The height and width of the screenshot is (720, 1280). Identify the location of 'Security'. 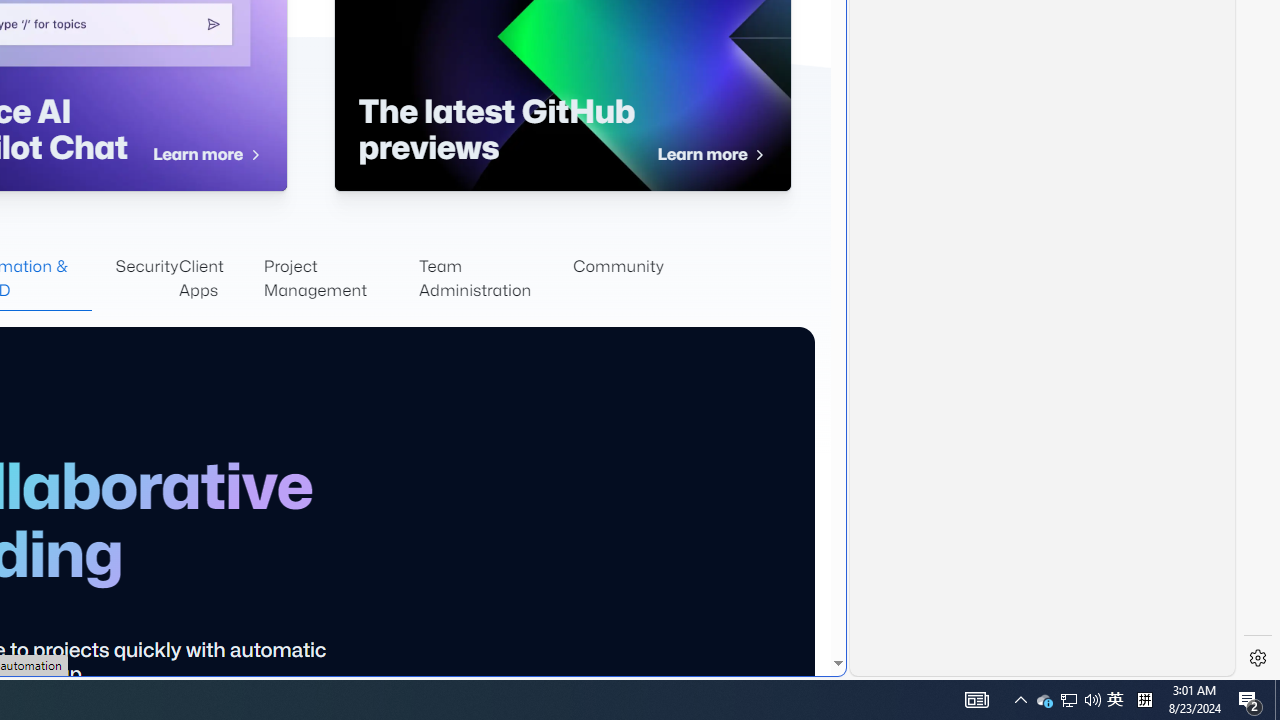
(146, 279).